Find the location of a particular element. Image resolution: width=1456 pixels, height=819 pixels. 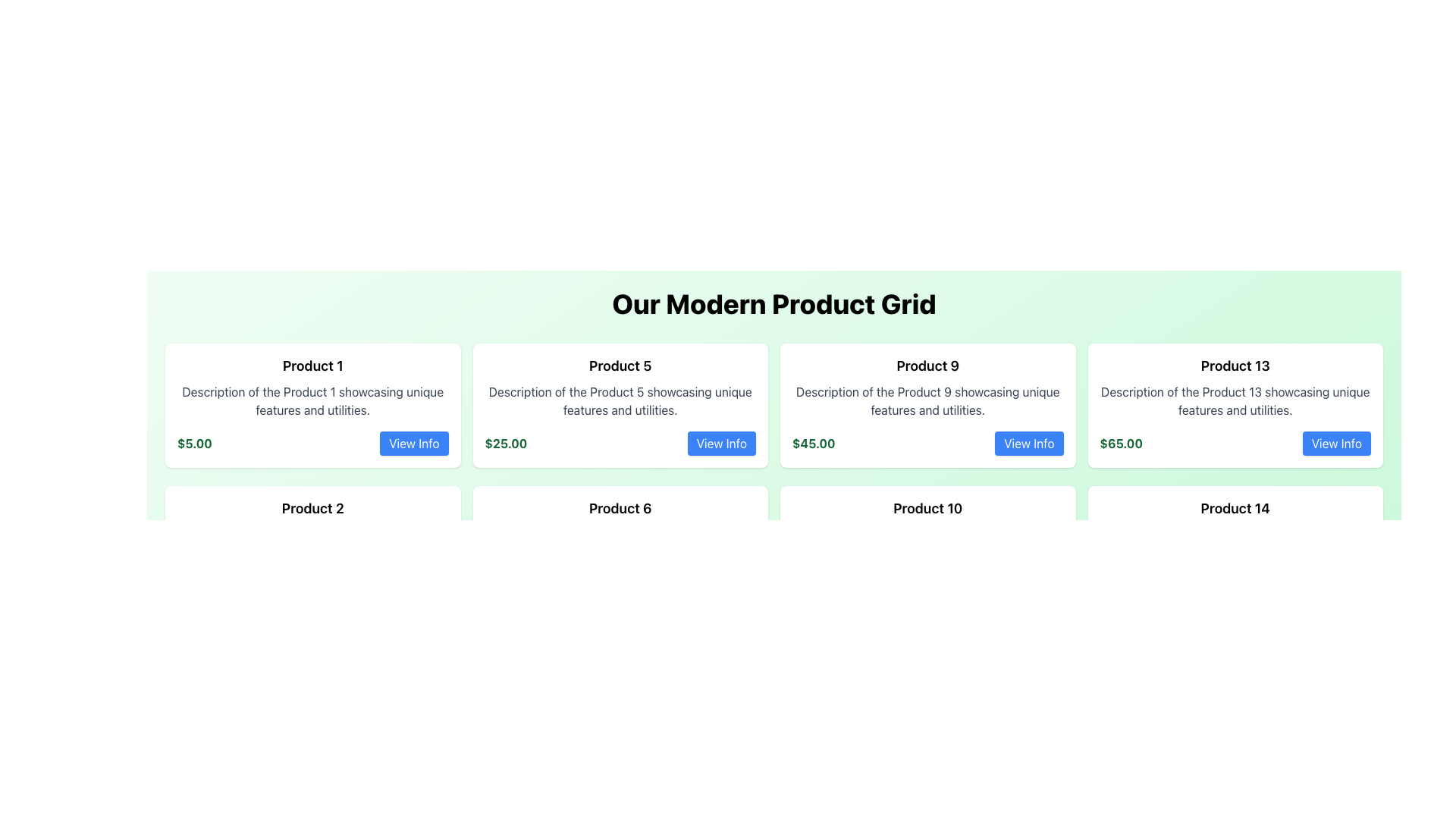

the button in the second card of the product grid labeled 'Product 5' to change its color is located at coordinates (720, 444).